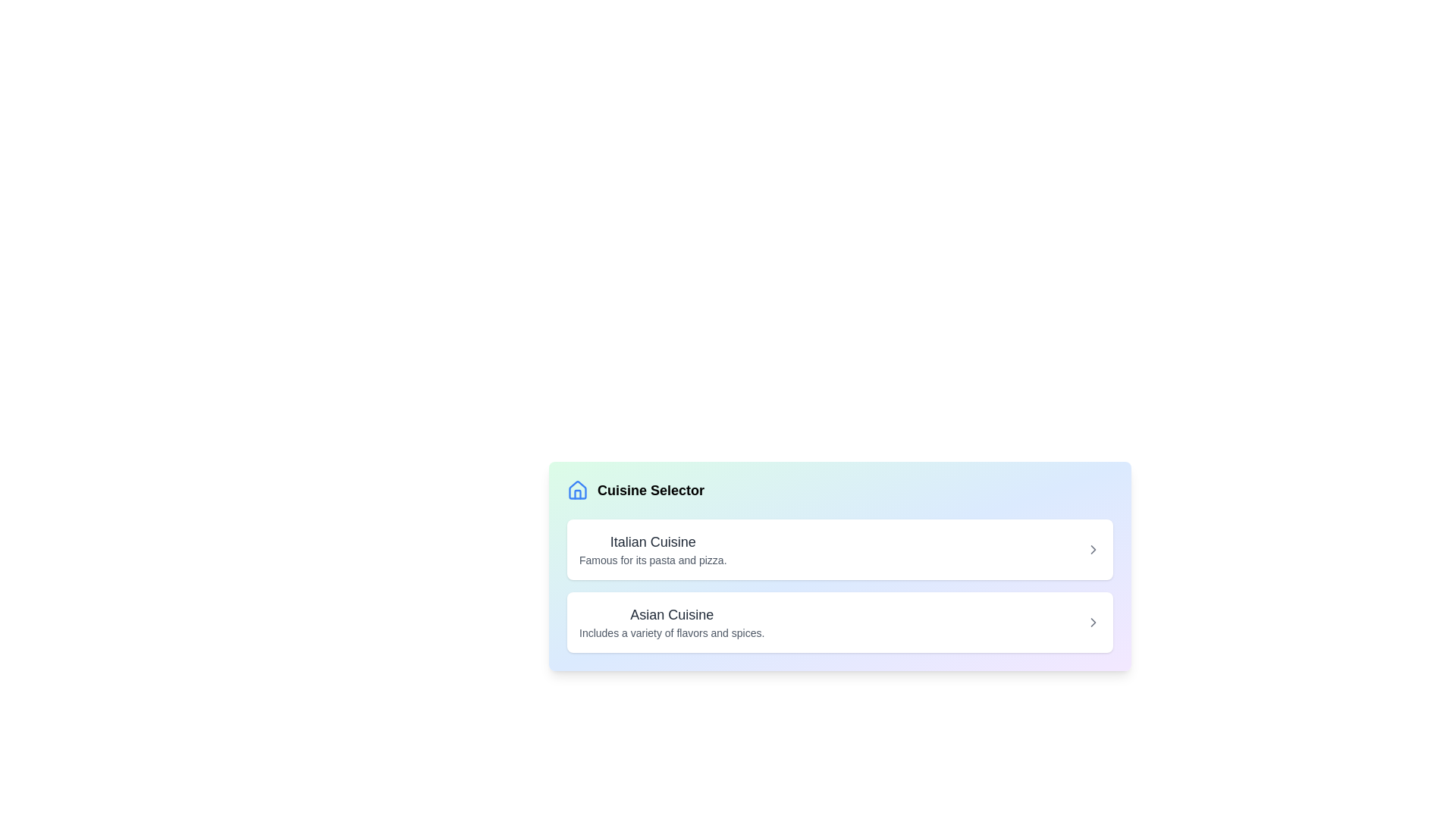 This screenshot has height=819, width=1456. I want to click on the first selectable list item in the menu for Italian cuisine, so click(839, 550).